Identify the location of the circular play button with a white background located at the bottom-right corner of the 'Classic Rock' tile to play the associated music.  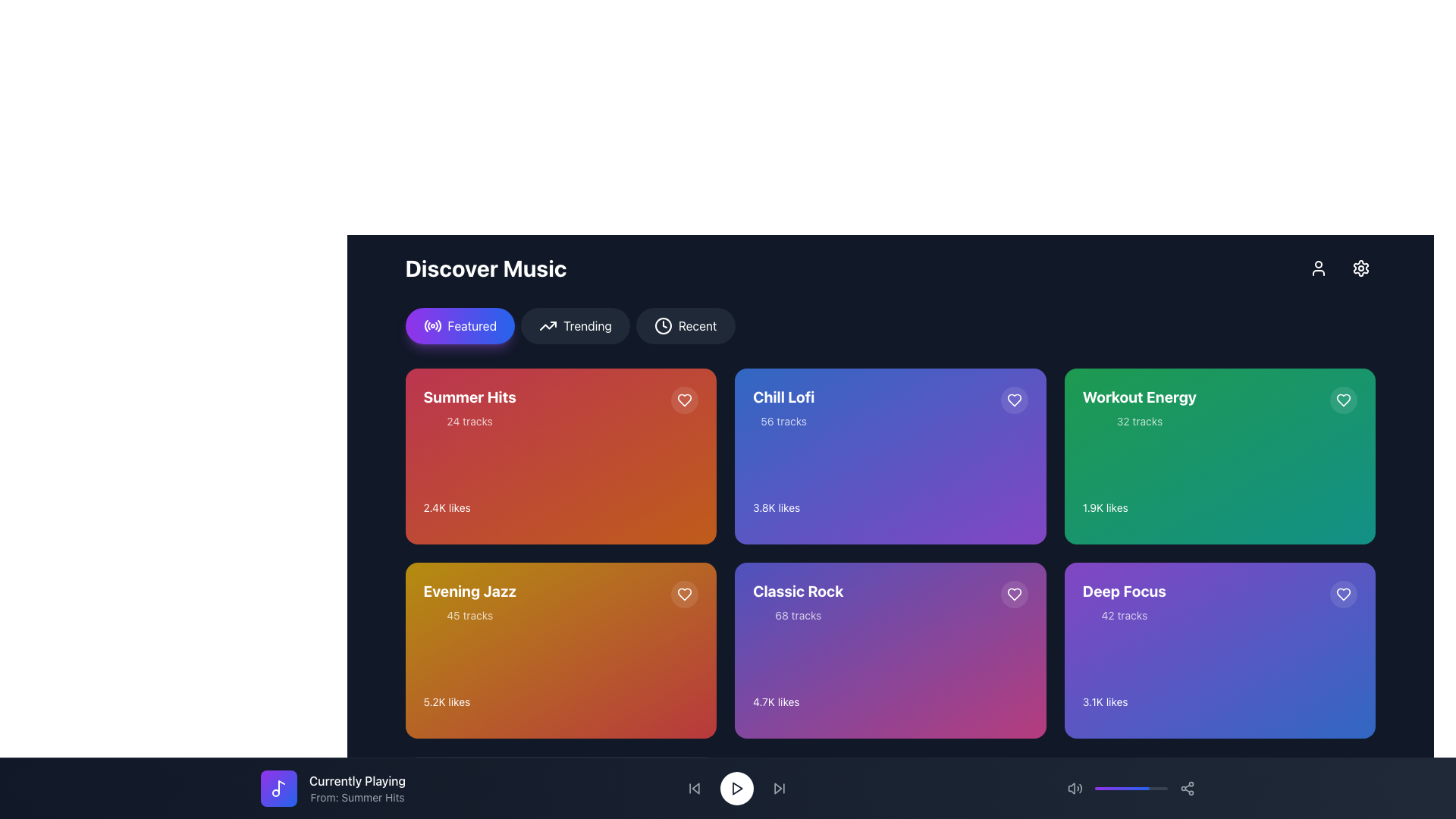
(1009, 725).